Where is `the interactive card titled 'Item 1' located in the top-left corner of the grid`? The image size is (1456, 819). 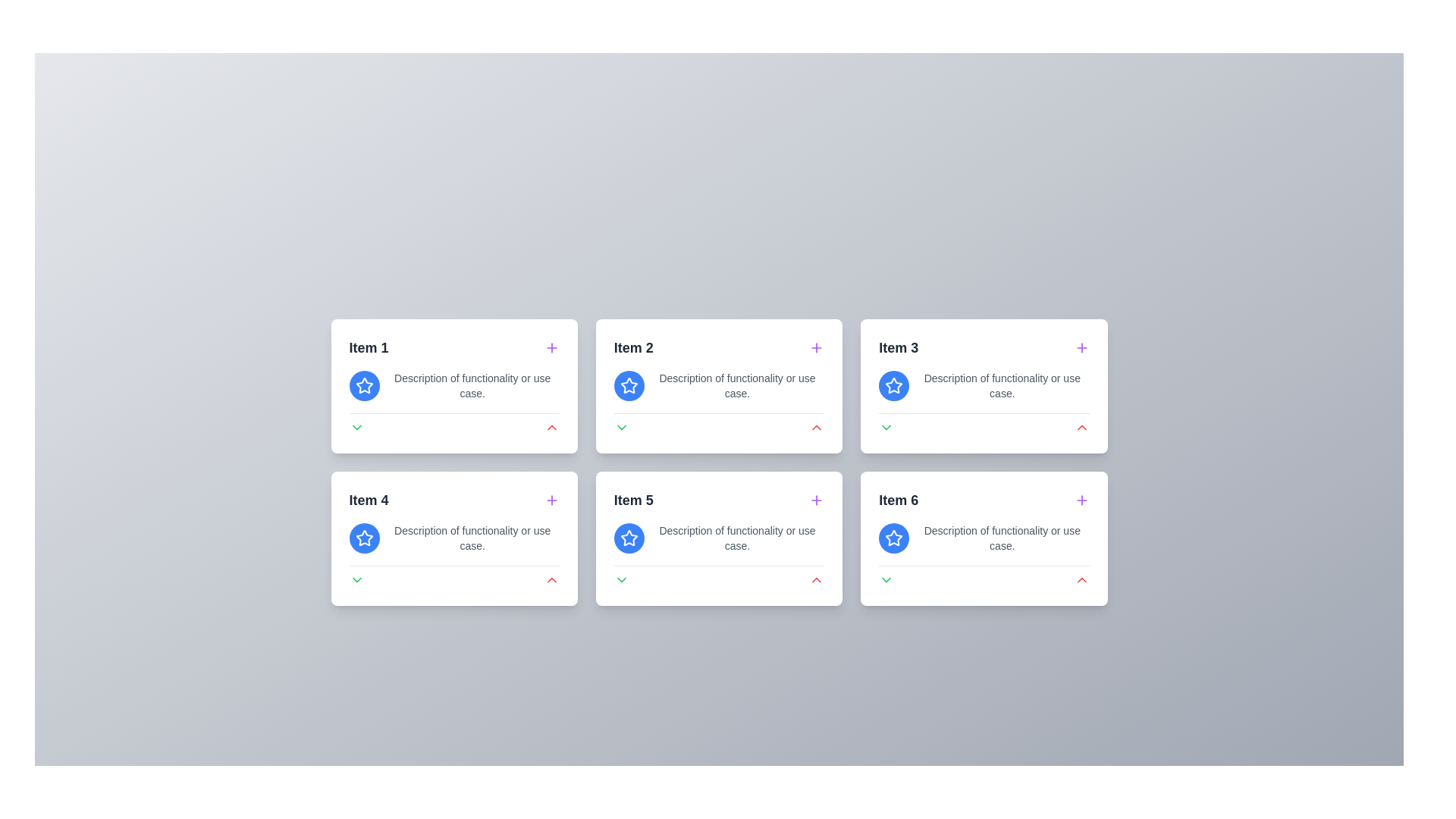
the interactive card titled 'Item 1' located in the top-left corner of the grid is located at coordinates (453, 385).